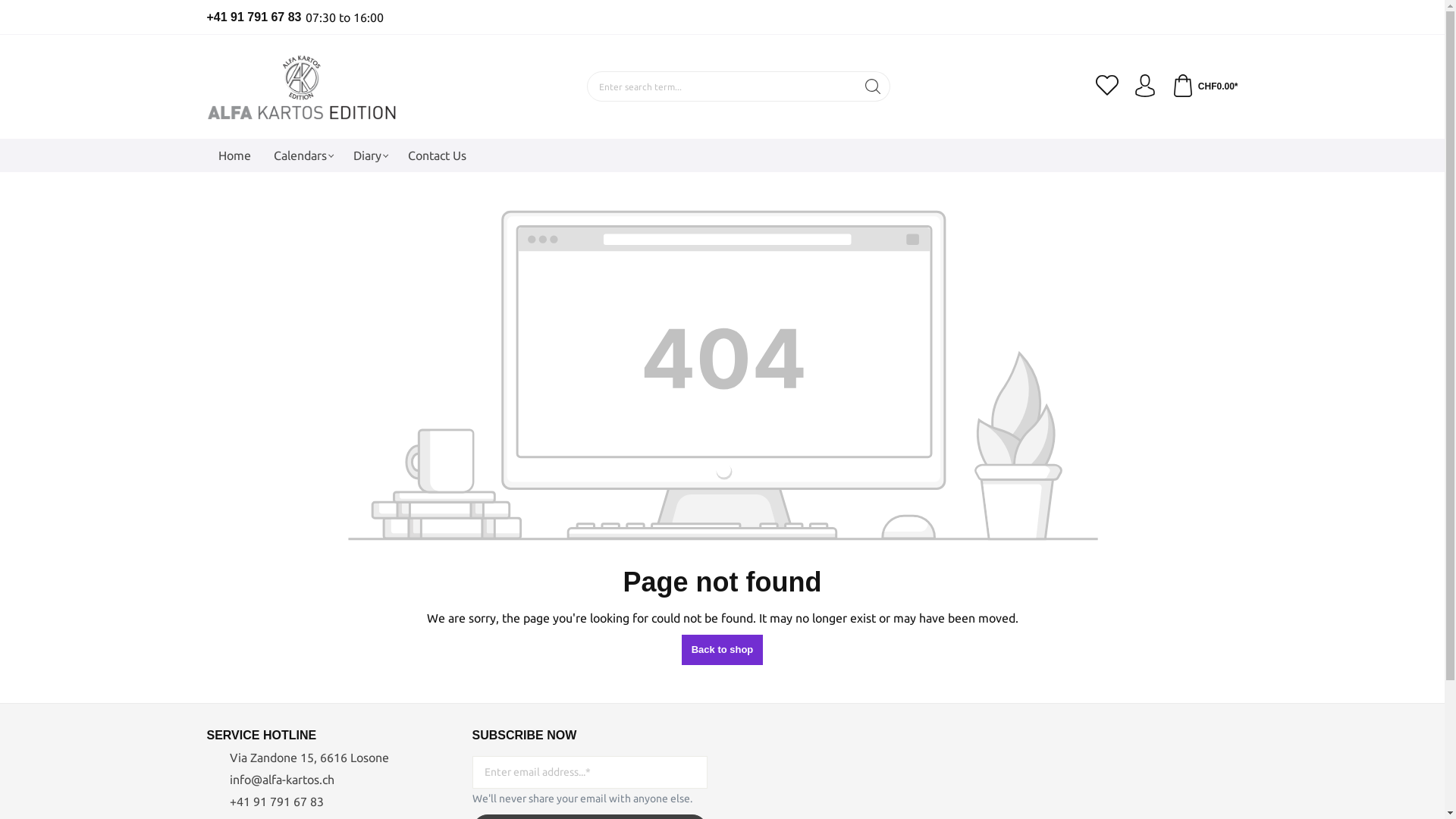  Describe the element at coordinates (233, 155) in the screenshot. I see `'Home'` at that location.